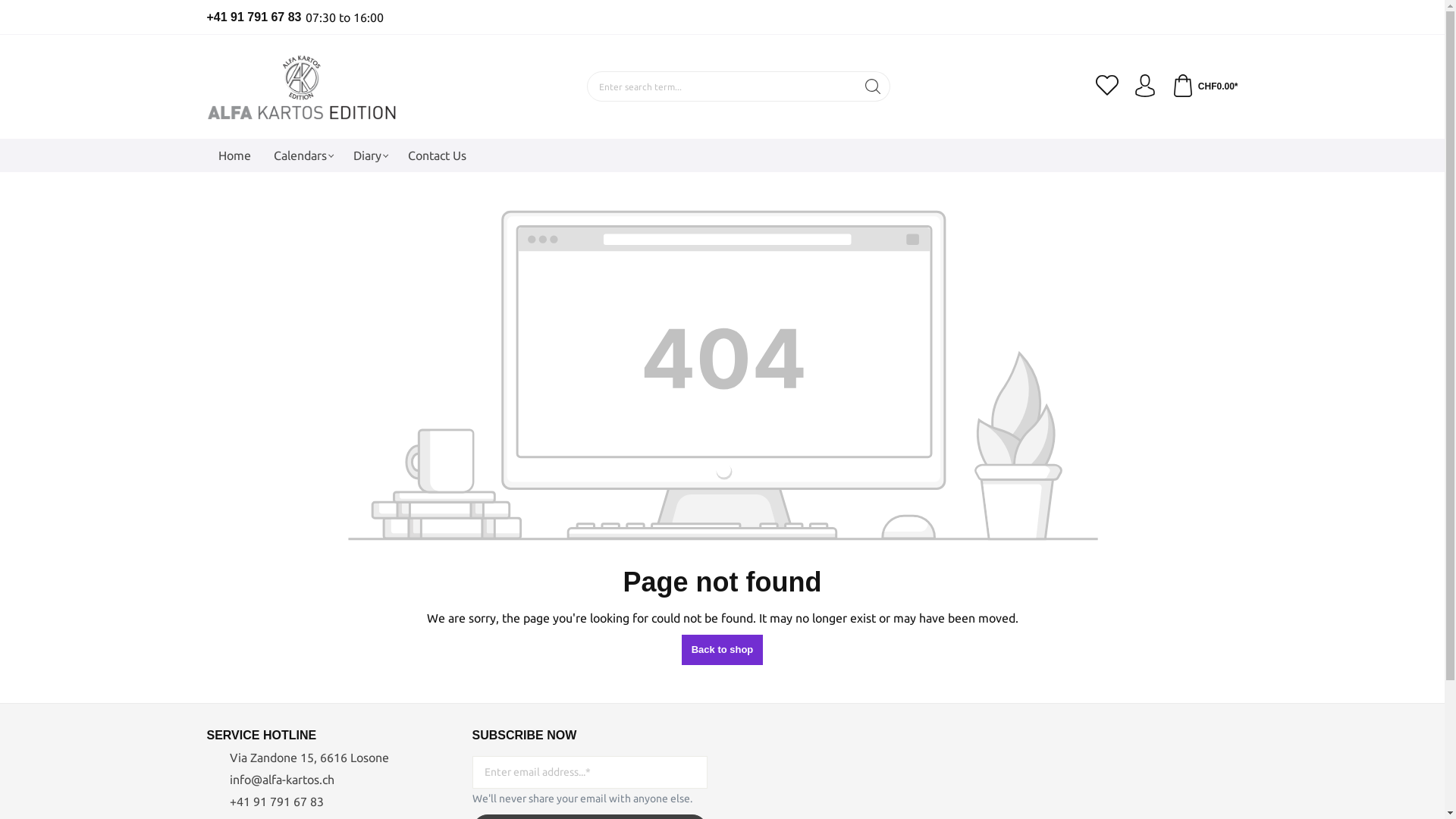  Describe the element at coordinates (233, 155) in the screenshot. I see `'Home'` at that location.